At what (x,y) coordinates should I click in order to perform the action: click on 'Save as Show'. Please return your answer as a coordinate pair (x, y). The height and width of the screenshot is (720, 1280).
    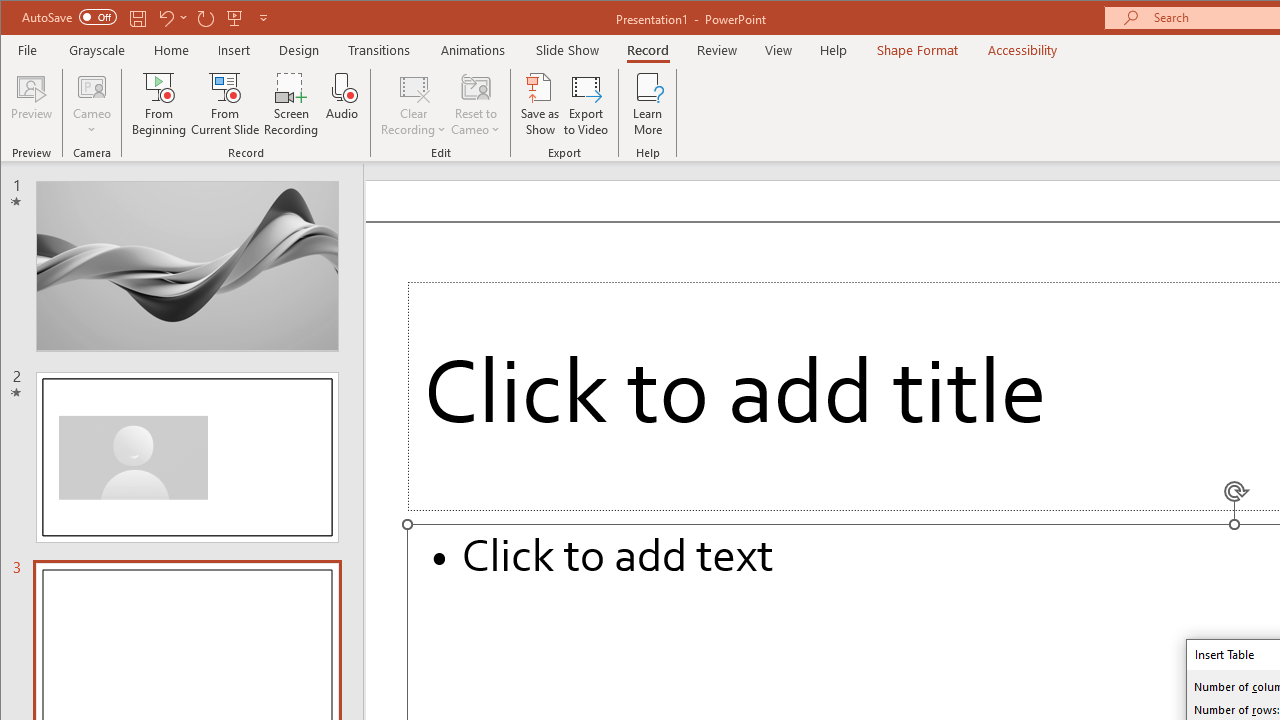
    Looking at the image, I should click on (540, 104).